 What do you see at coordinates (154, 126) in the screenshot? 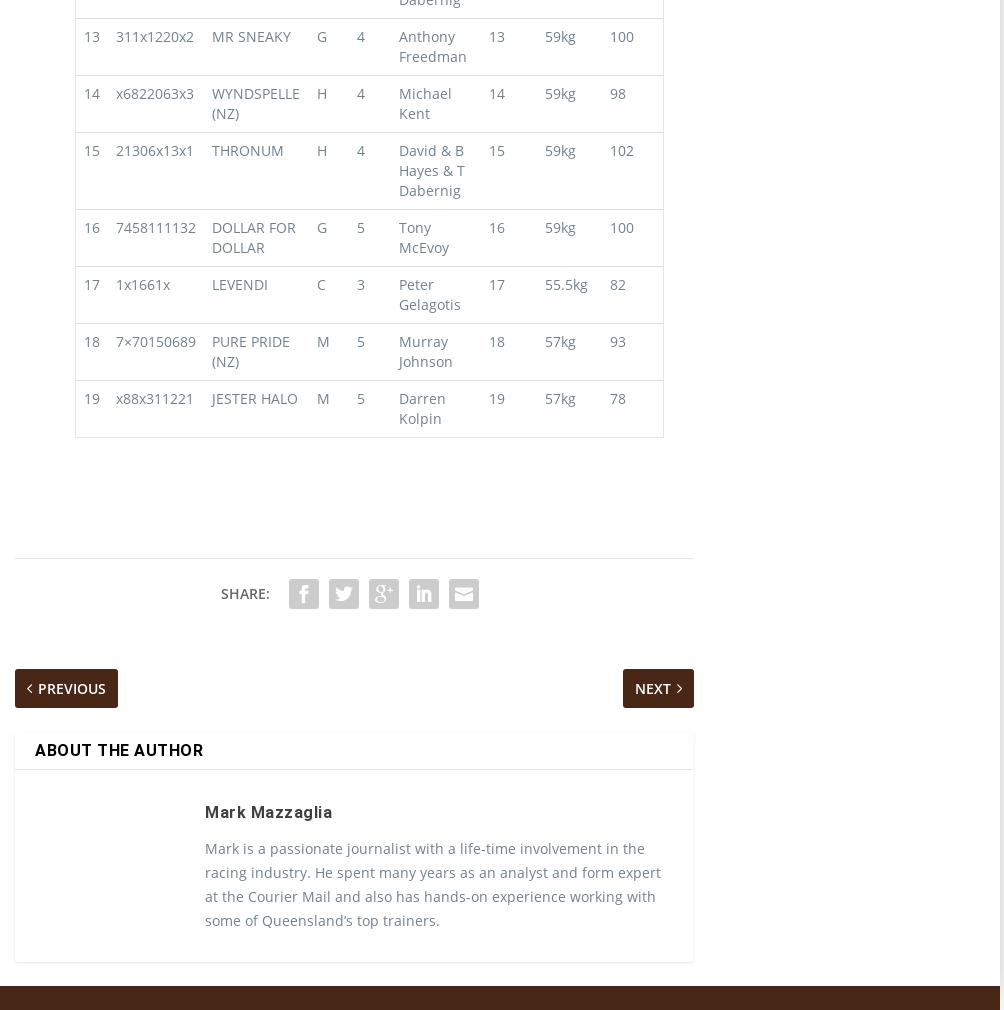
I see `'x6822063x3'` at bounding box center [154, 126].